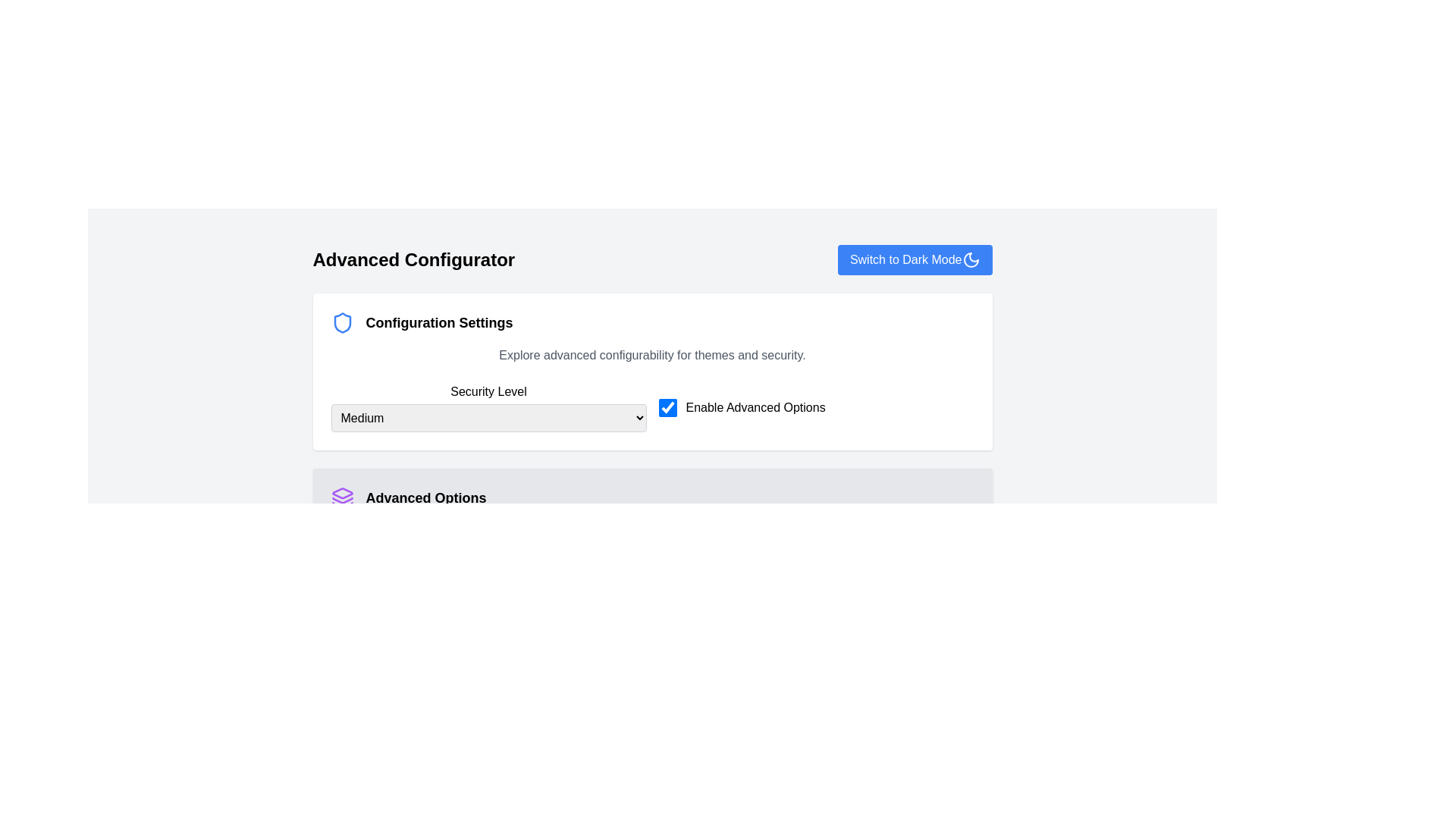 The image size is (1456, 819). I want to click on the icon representing the associated feature within the 'Advanced Options' section, which is the first visual item from the left adjacent to the section title, so click(341, 497).